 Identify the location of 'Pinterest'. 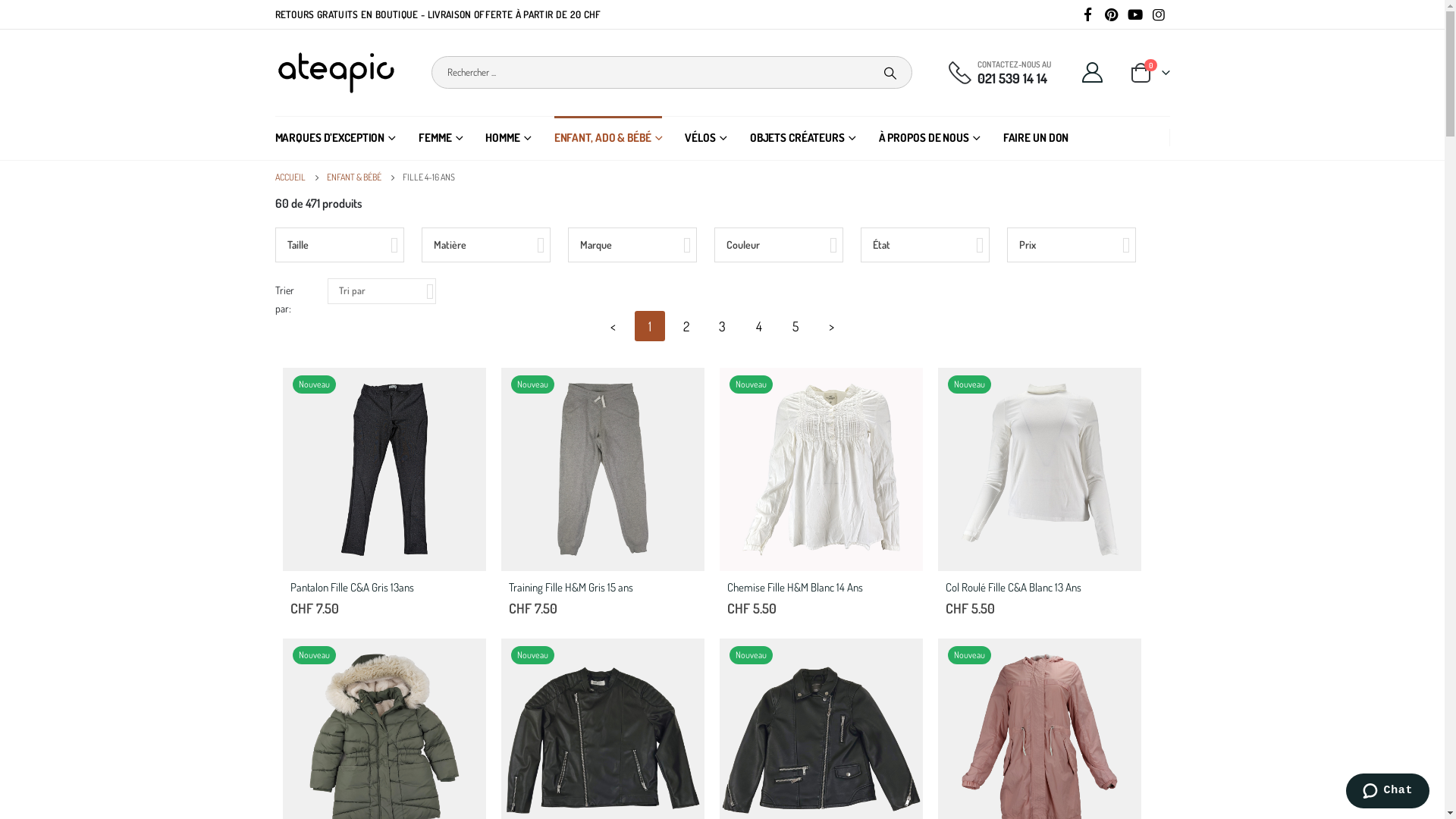
(1111, 14).